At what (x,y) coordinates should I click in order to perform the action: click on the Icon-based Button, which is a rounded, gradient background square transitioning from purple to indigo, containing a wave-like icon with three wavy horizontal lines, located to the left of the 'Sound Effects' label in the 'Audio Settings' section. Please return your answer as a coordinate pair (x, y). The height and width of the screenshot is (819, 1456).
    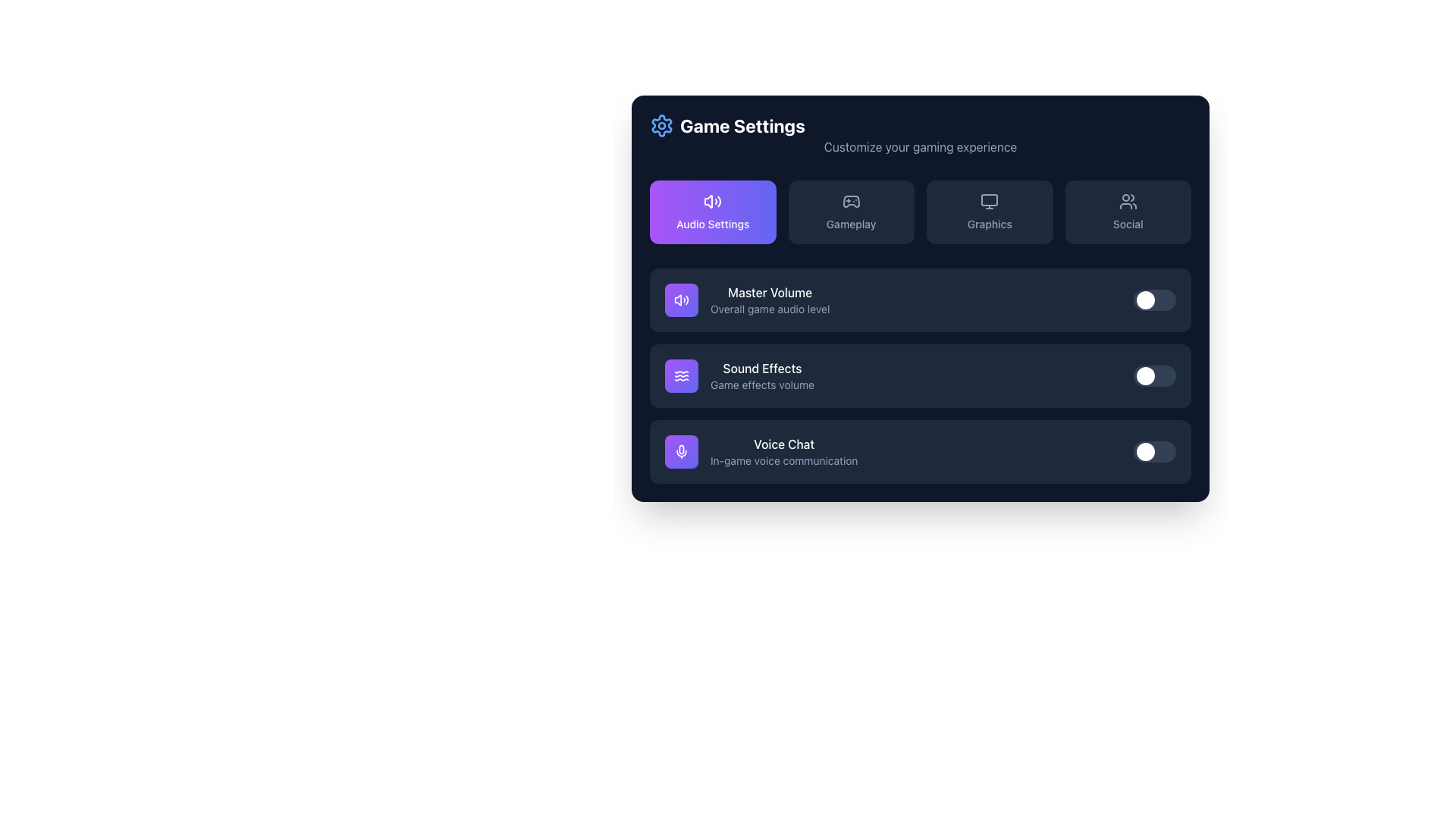
    Looking at the image, I should click on (680, 375).